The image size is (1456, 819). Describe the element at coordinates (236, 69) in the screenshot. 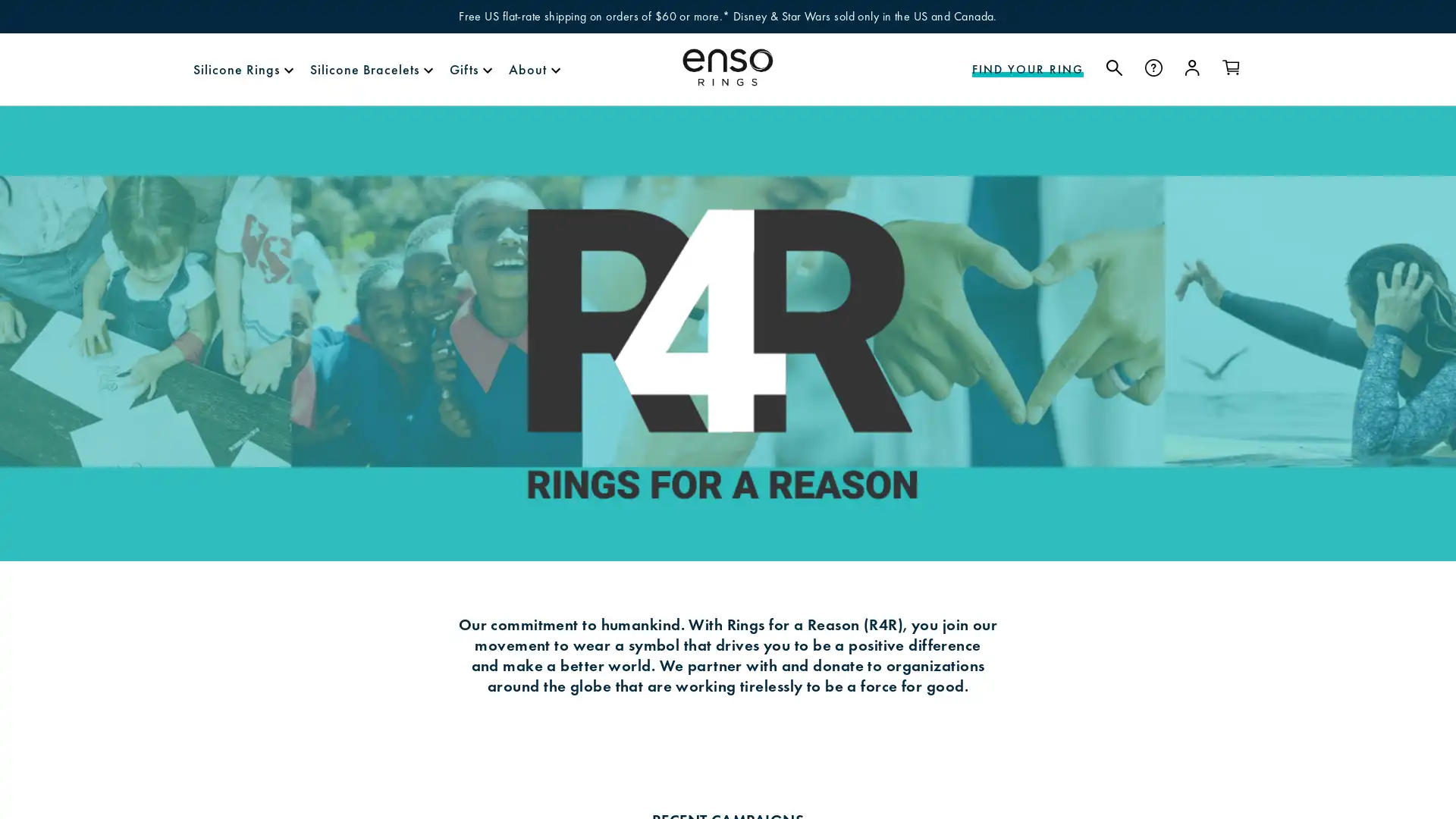

I see `Silicone Rings` at that location.